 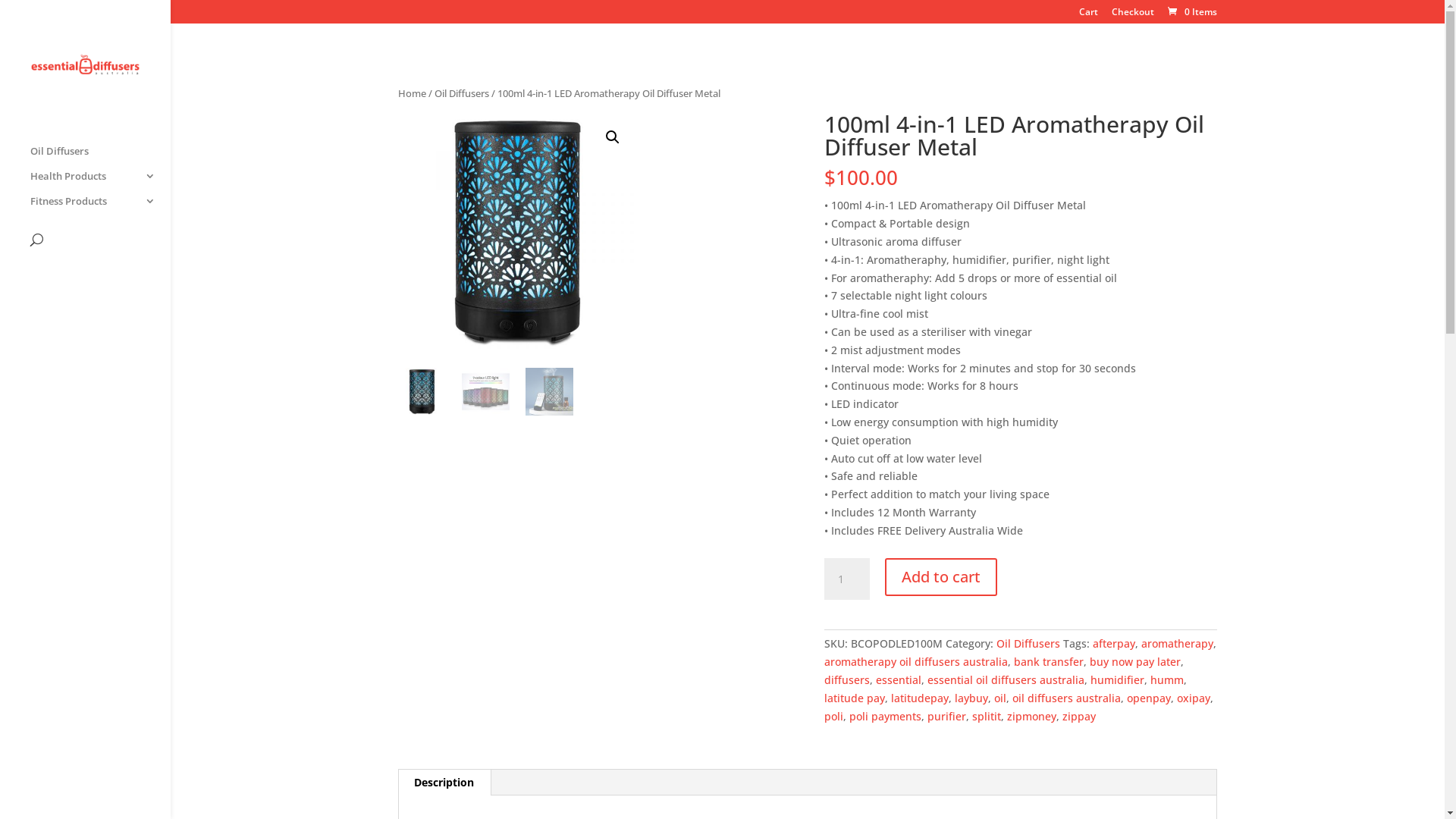 I want to click on 'Fitness Products', so click(x=99, y=208).